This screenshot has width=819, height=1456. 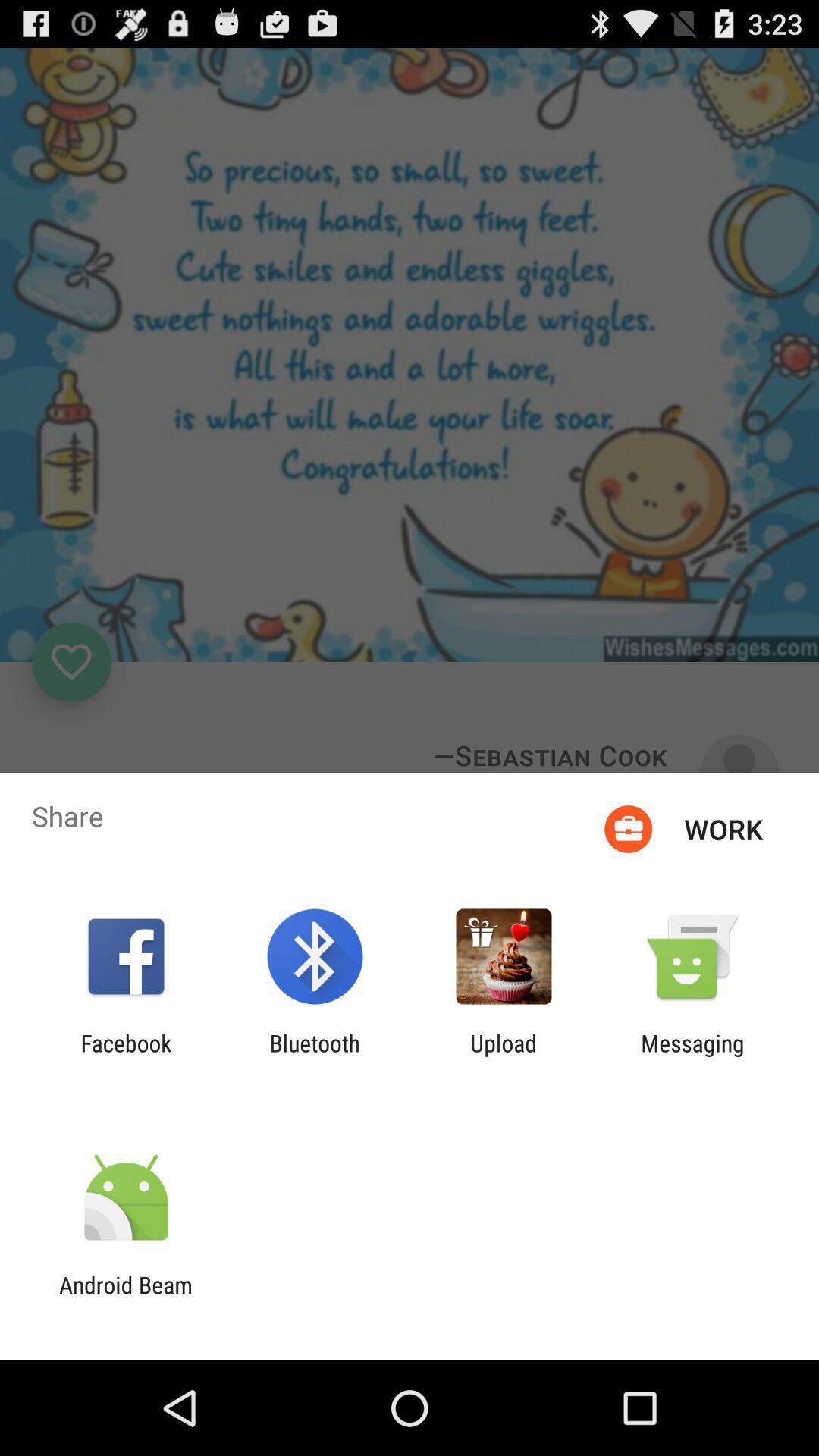 I want to click on the app next to the facebook item, so click(x=314, y=1056).